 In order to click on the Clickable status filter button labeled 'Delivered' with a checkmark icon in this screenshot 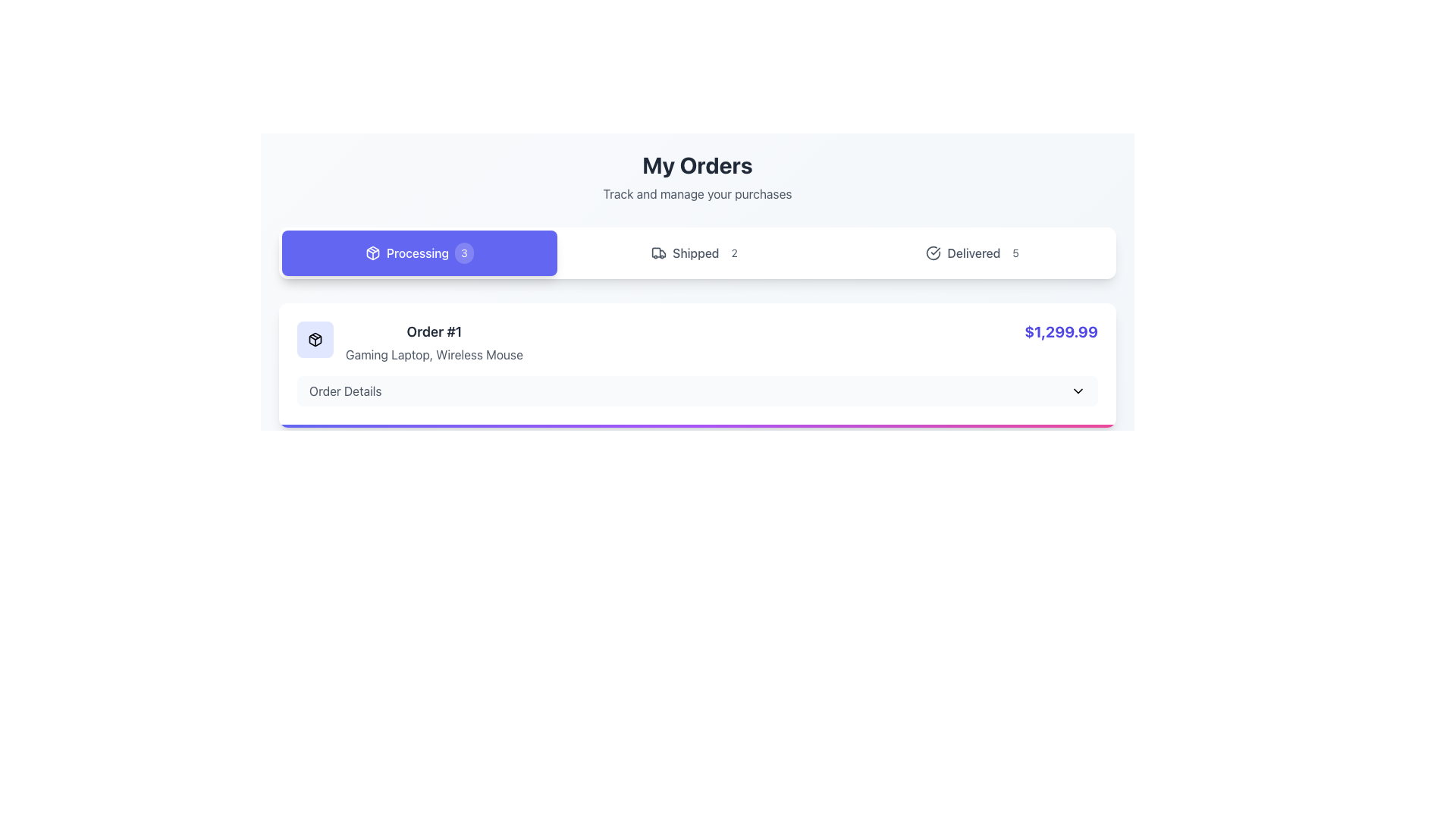, I will do `click(975, 253)`.